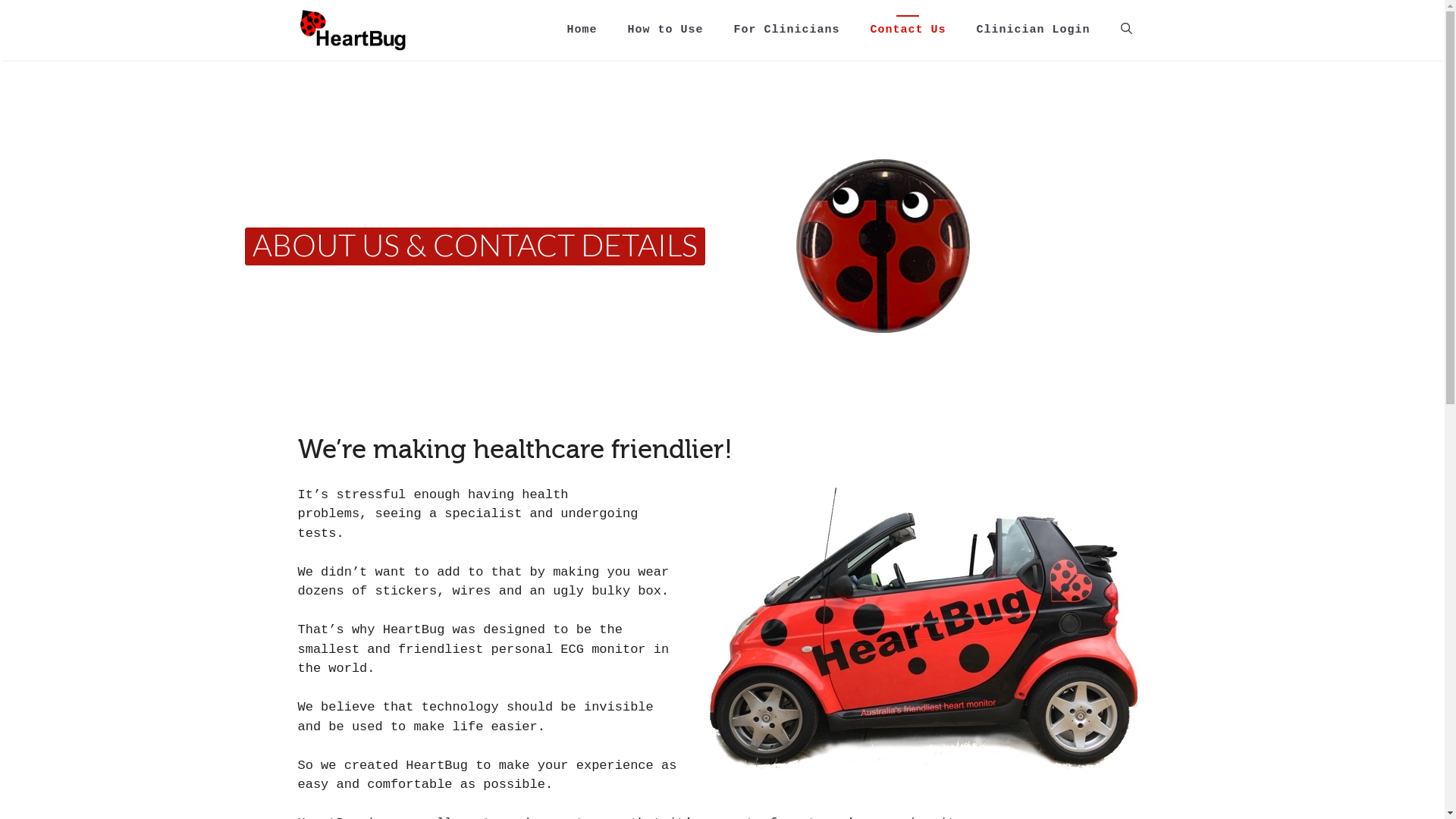 Image resolution: width=1456 pixels, height=819 pixels. Describe the element at coordinates (1032, 30) in the screenshot. I see `'Clinician Login'` at that location.